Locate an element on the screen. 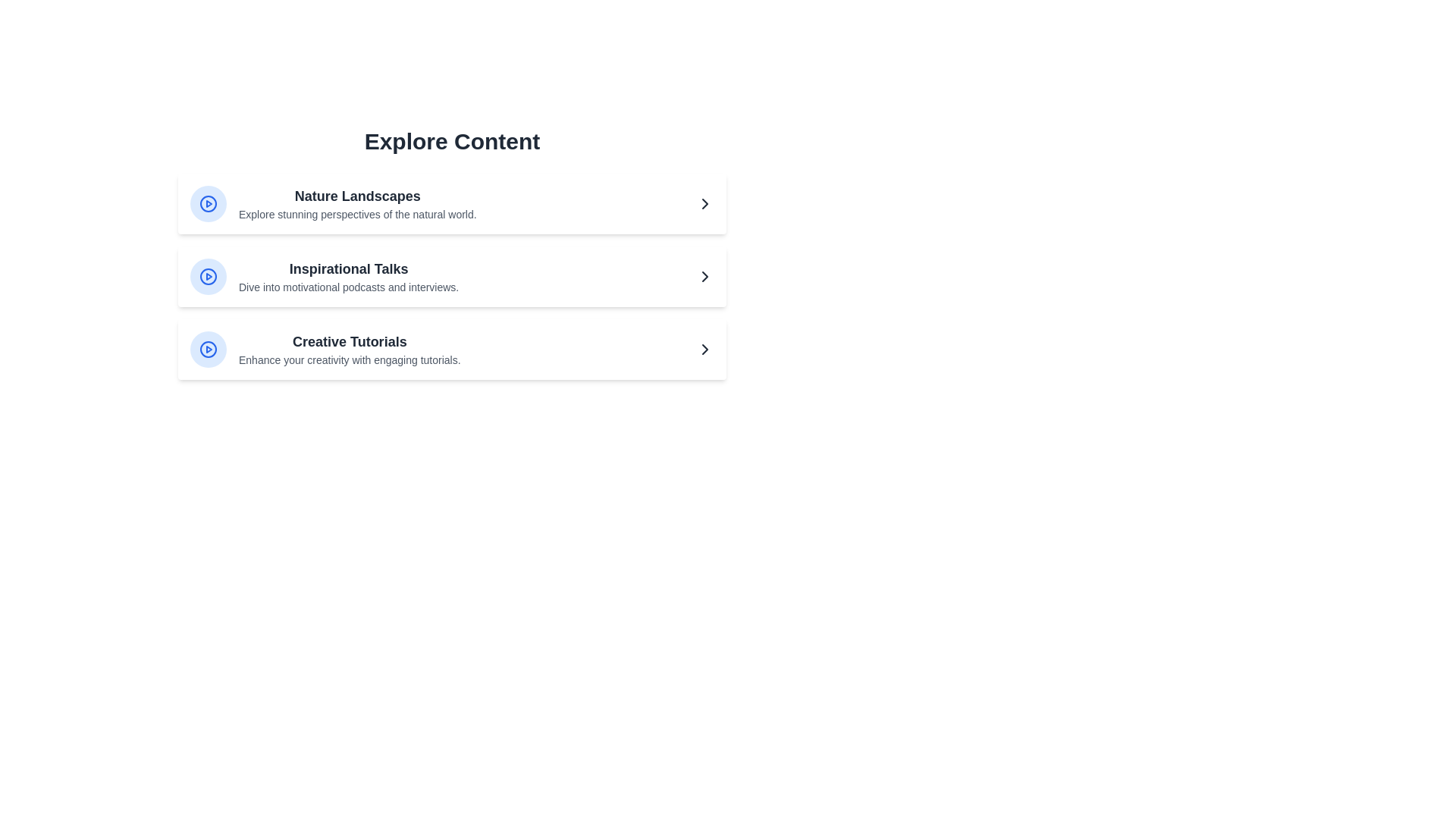 Image resolution: width=1456 pixels, height=819 pixels. the arrow button for Creative Tutorials to navigate to more details is located at coordinates (704, 350).